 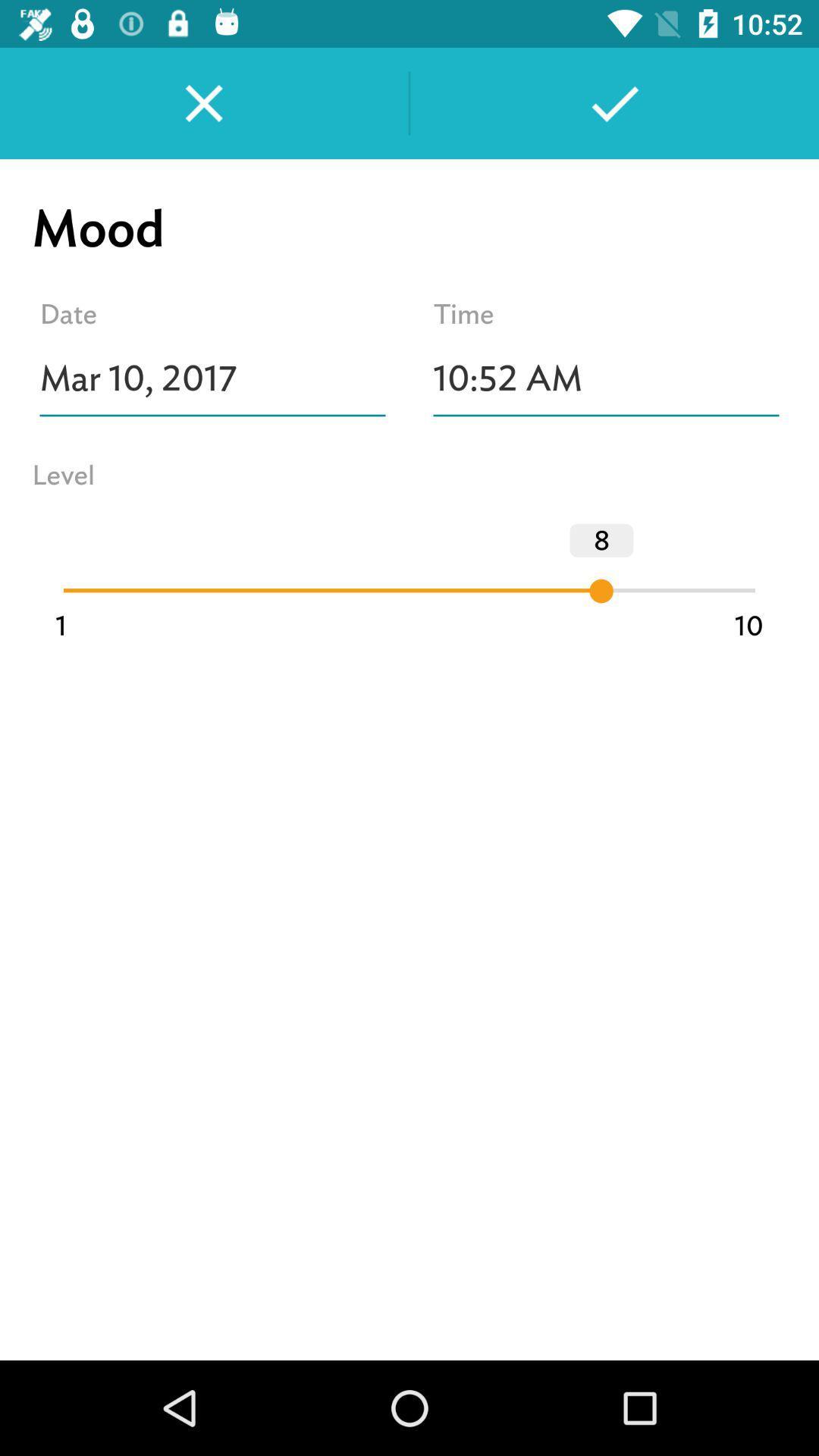 What do you see at coordinates (212, 378) in the screenshot?
I see `the mar 10, 2017 icon` at bounding box center [212, 378].